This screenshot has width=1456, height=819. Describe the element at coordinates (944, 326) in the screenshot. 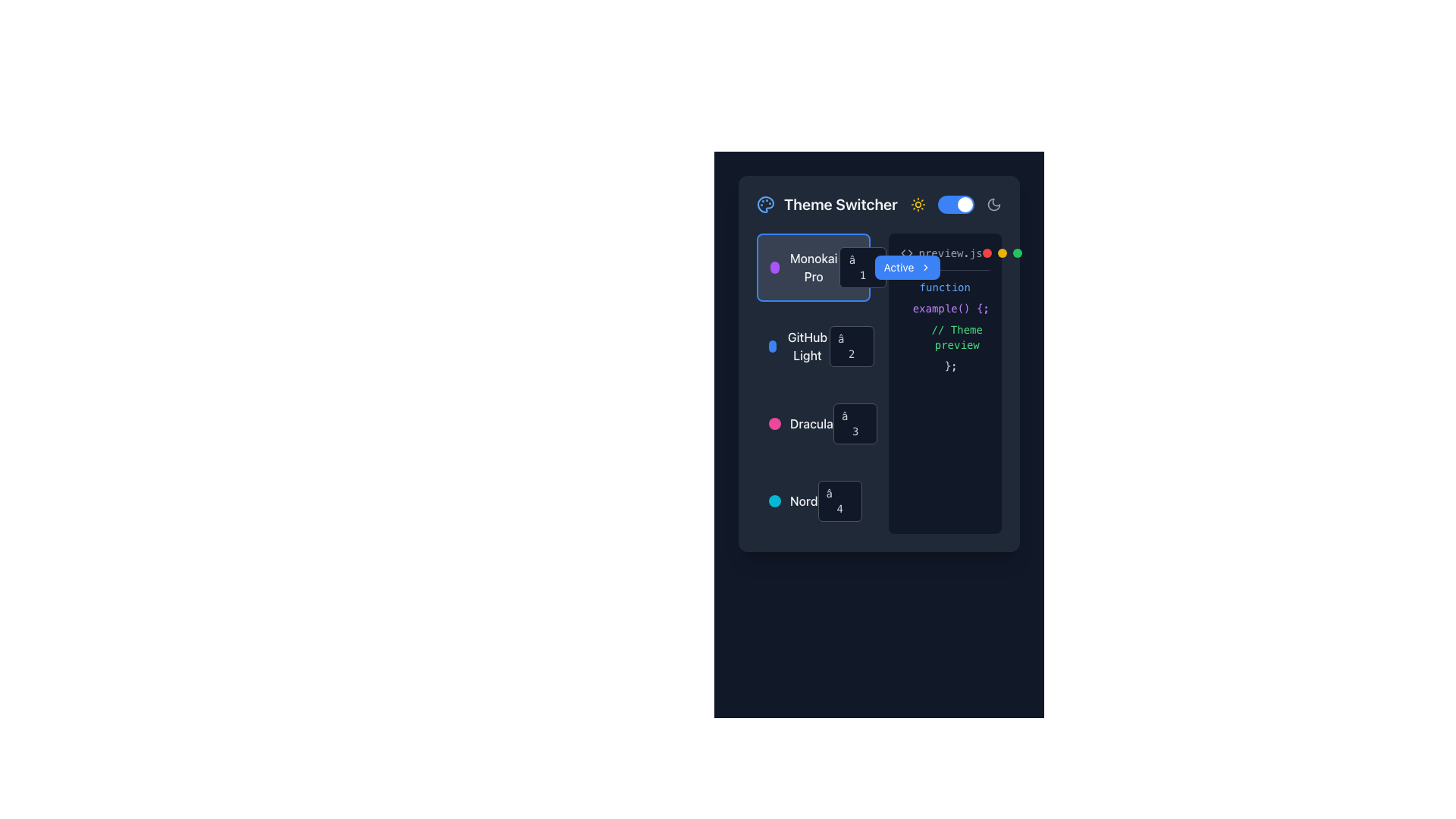

I see `the code snippet display area in the preview.js editor, which displays syntax-highlighted text against a dark background` at that location.